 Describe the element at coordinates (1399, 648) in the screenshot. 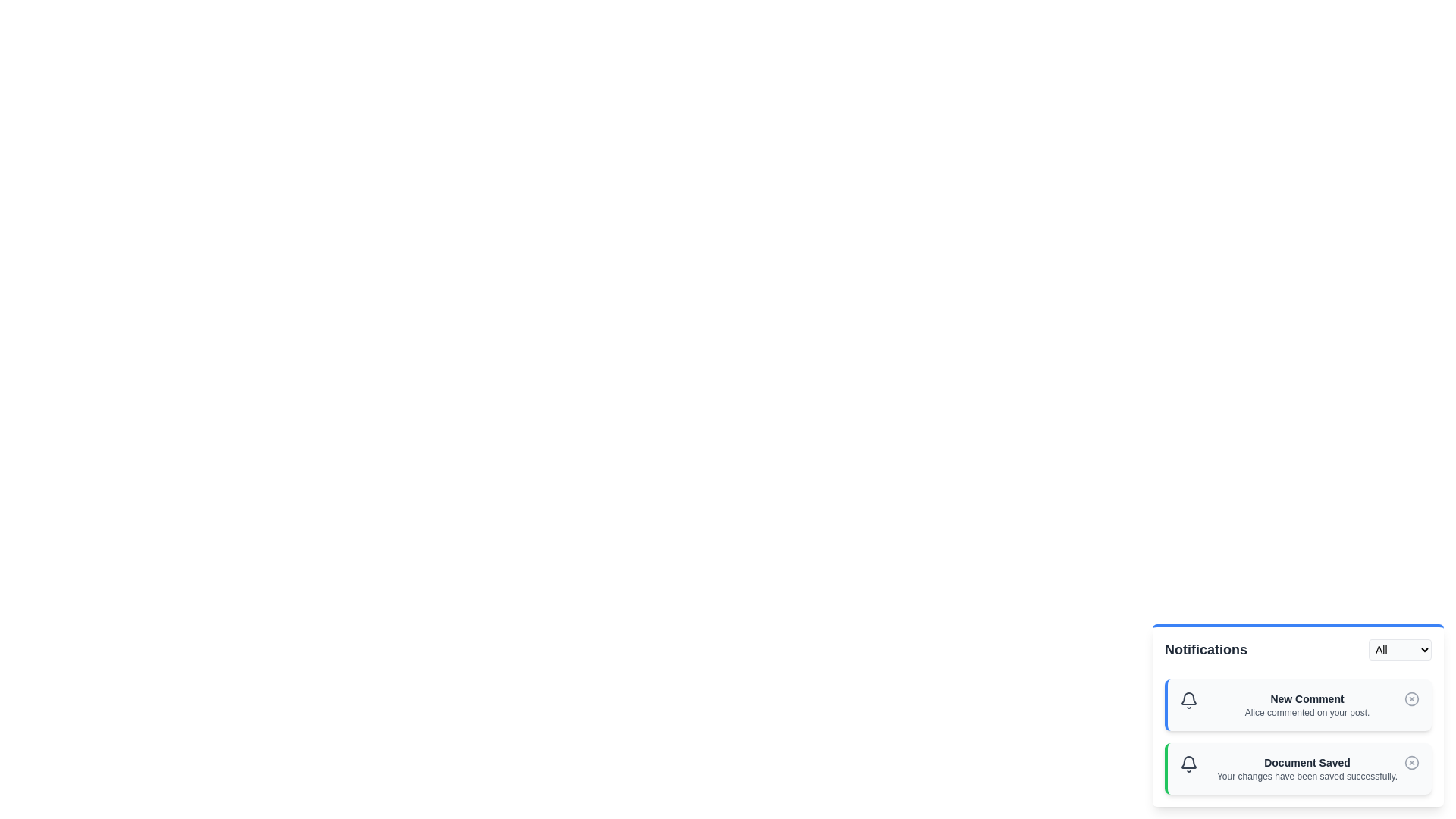

I see `the notification filter type to Info` at that location.